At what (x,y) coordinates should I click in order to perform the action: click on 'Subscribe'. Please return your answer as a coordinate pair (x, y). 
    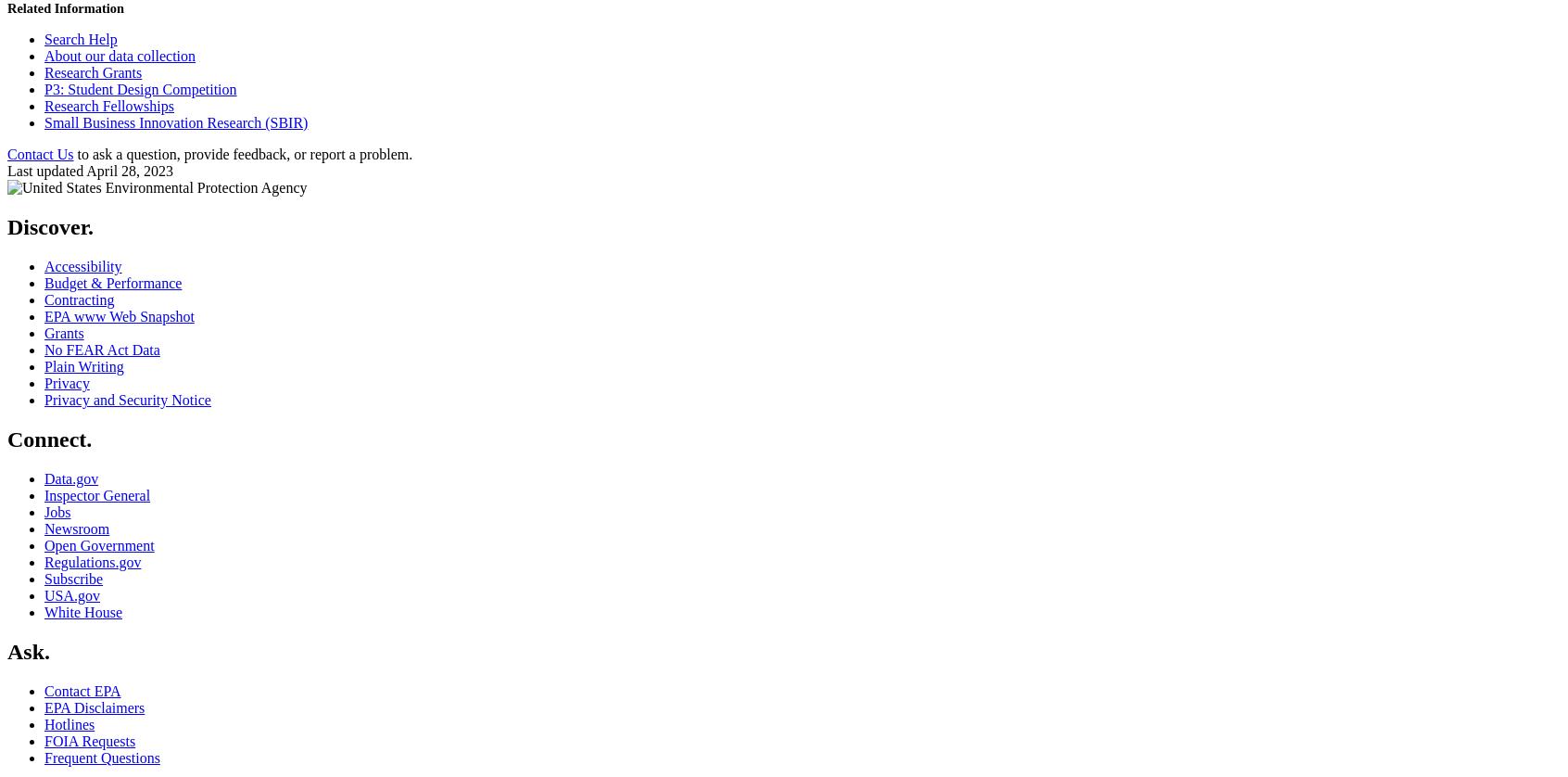
    Looking at the image, I should click on (44, 578).